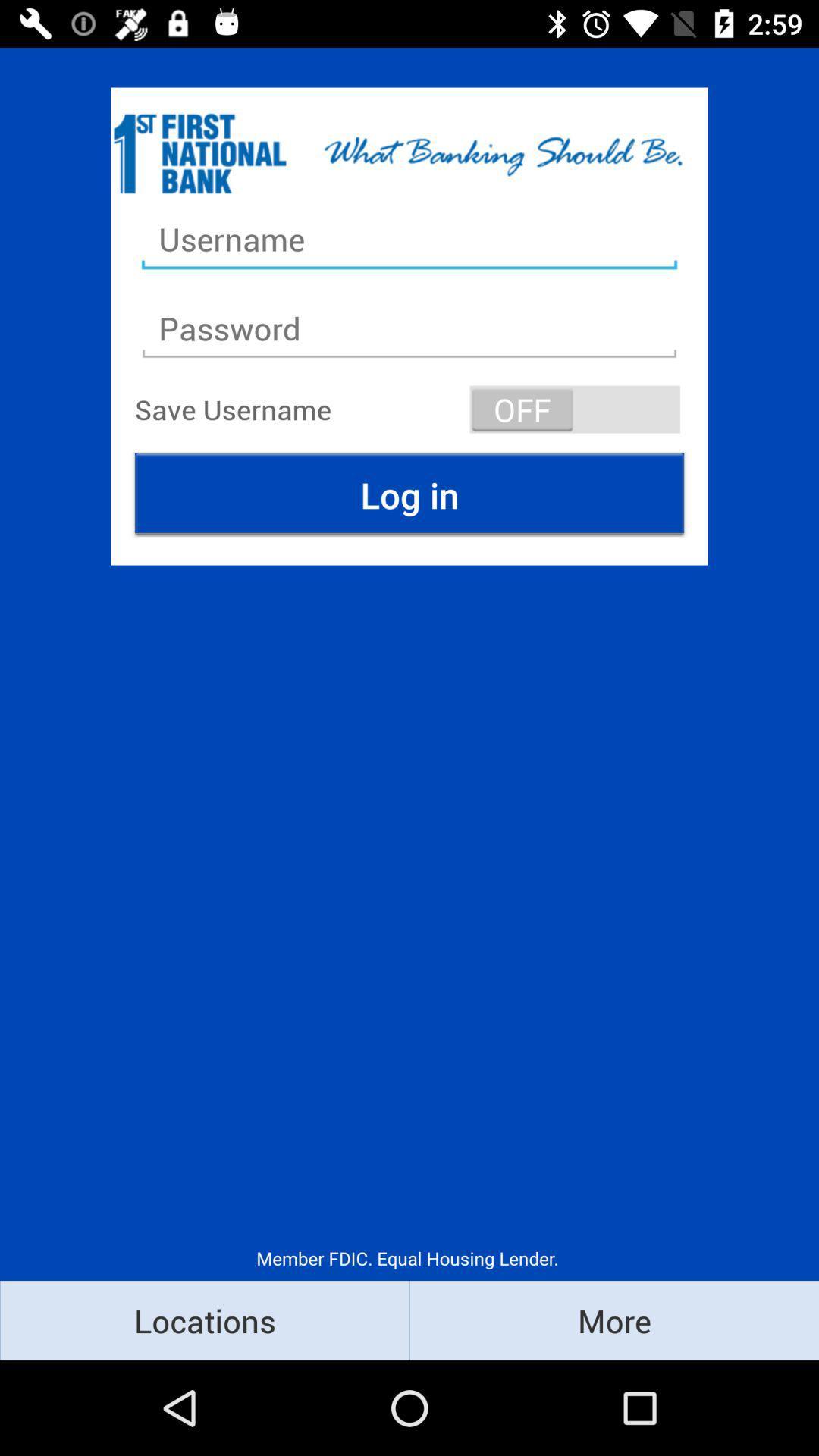 Image resolution: width=819 pixels, height=1456 pixels. Describe the element at coordinates (409, 494) in the screenshot. I see `the log in icon` at that location.